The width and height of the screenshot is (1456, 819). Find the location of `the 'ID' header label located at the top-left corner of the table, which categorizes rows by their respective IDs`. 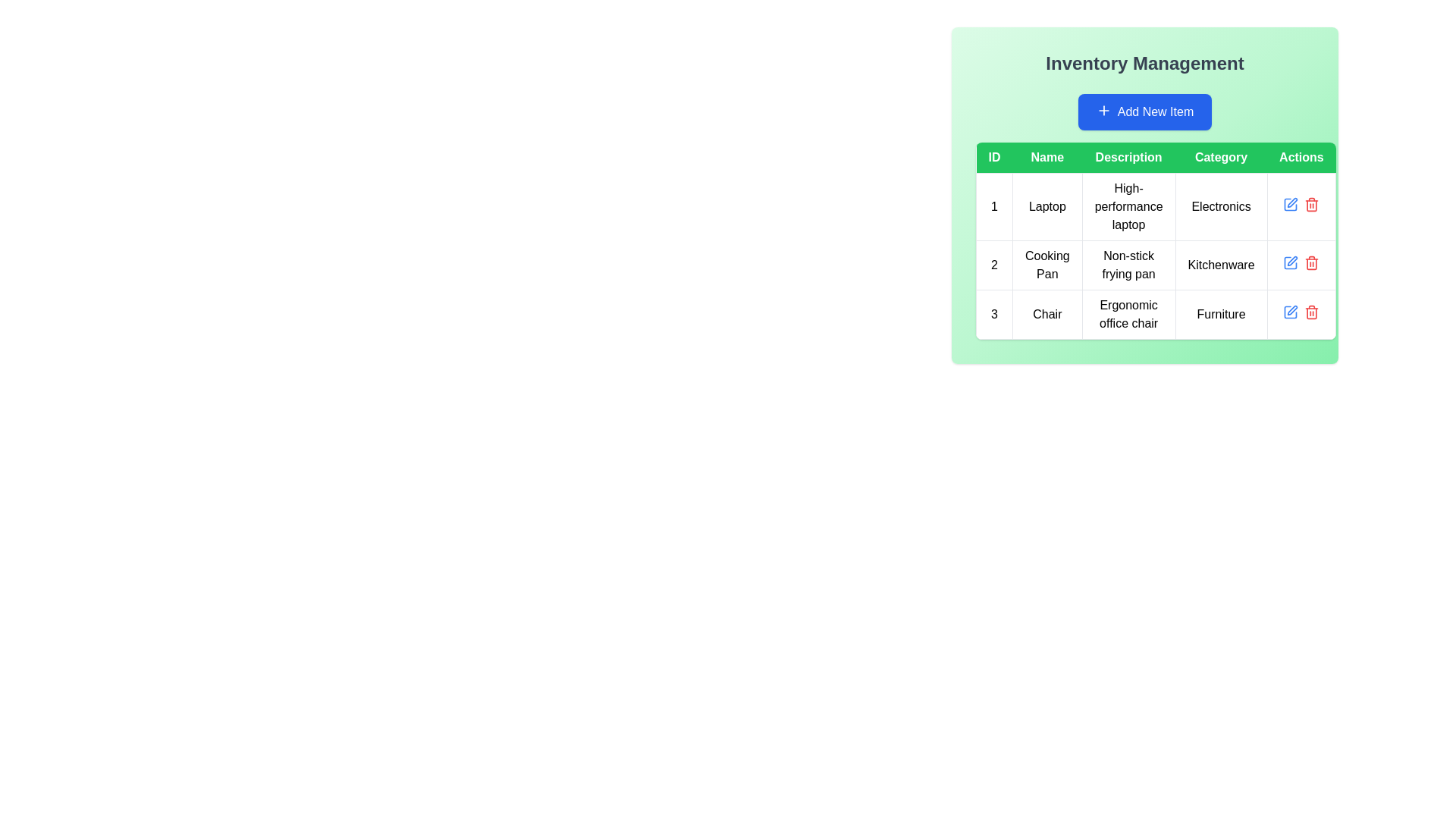

the 'ID' header label located at the top-left corner of the table, which categorizes rows by their respective IDs is located at coordinates (994, 158).